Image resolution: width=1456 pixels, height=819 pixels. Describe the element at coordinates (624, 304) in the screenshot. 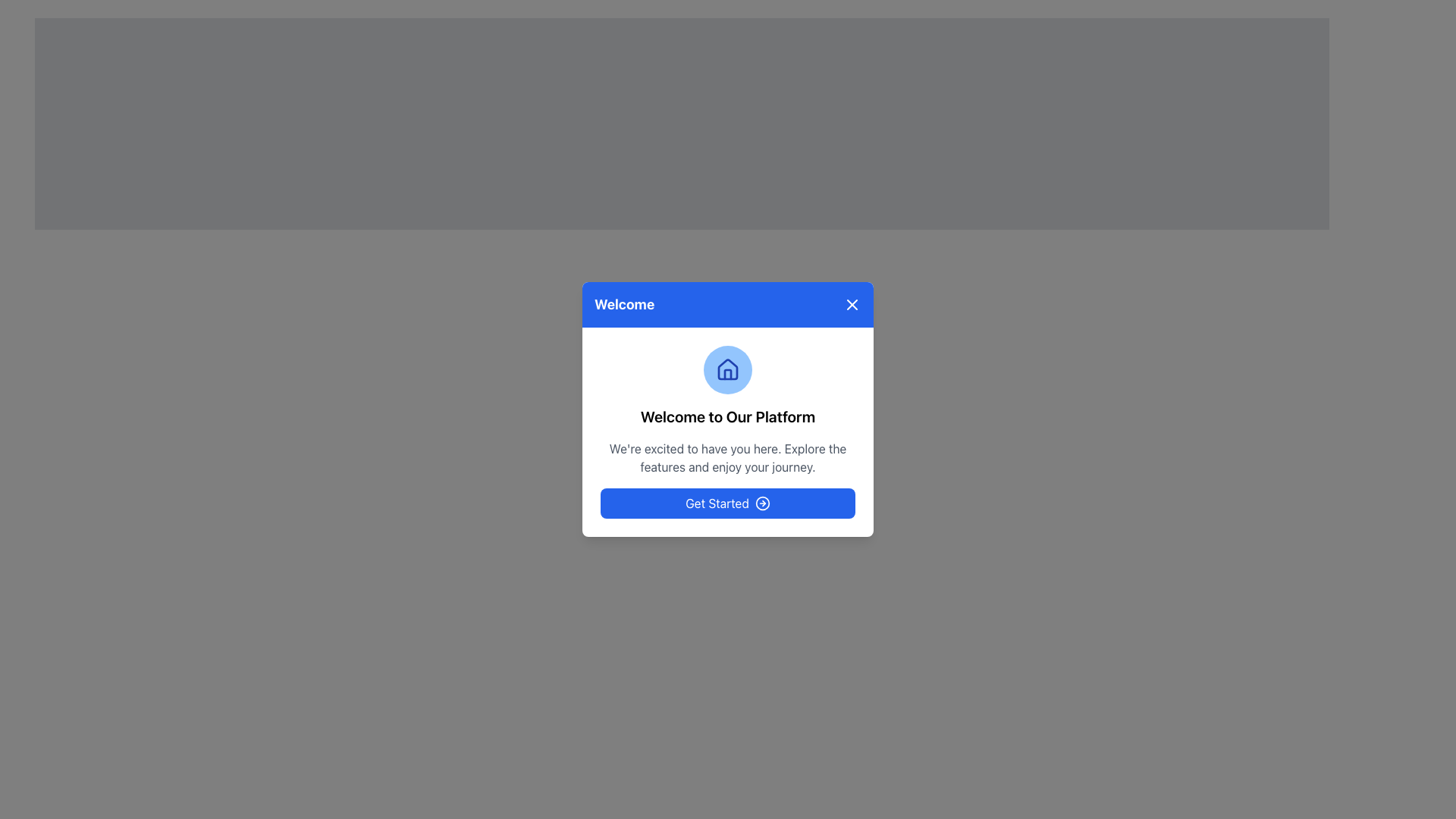

I see `the text label that serves as the header for the popup dialog box, located in the top left section of the blue banner header` at that location.